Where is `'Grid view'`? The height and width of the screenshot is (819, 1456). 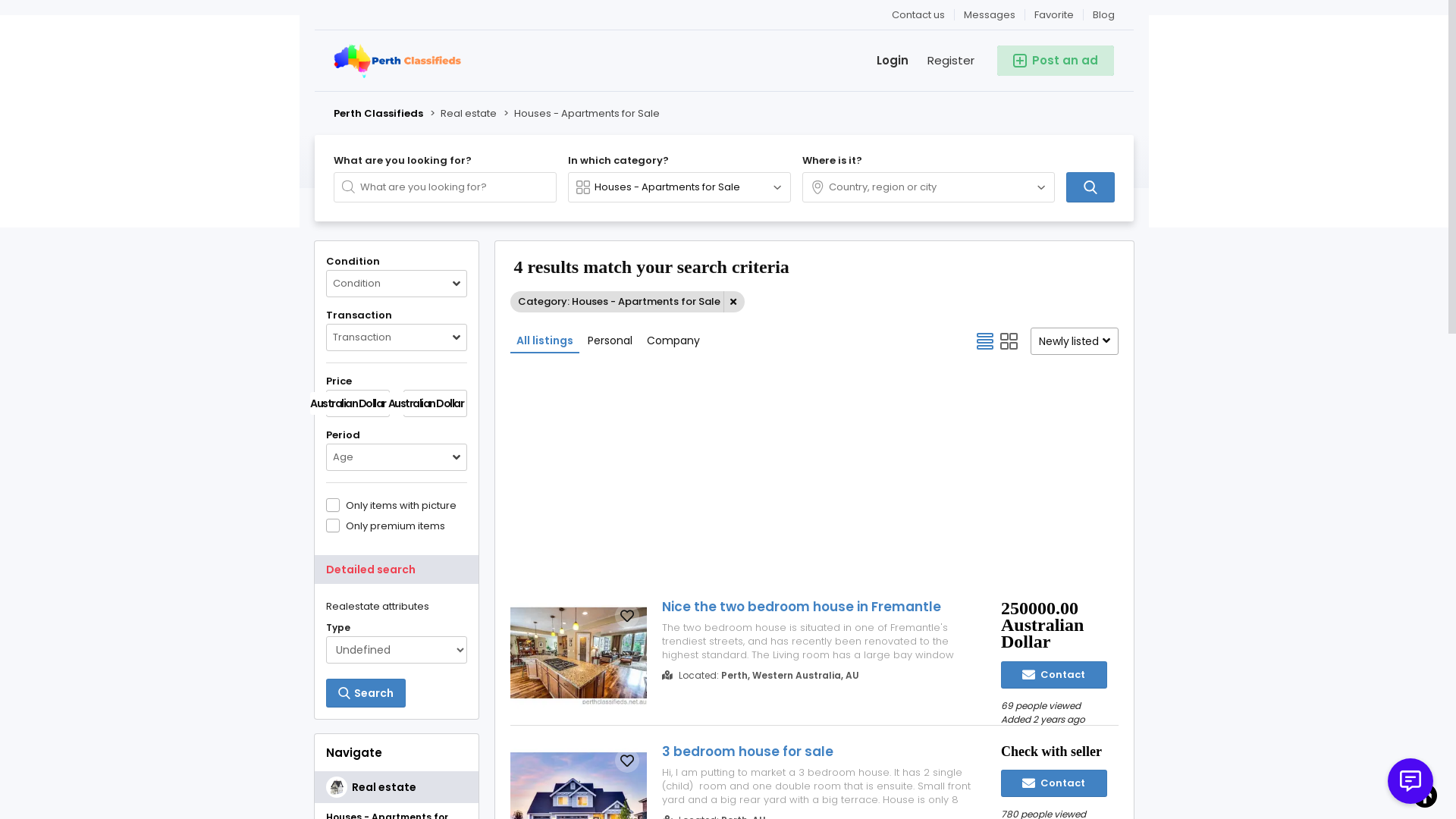
'Grid view' is located at coordinates (1009, 341).